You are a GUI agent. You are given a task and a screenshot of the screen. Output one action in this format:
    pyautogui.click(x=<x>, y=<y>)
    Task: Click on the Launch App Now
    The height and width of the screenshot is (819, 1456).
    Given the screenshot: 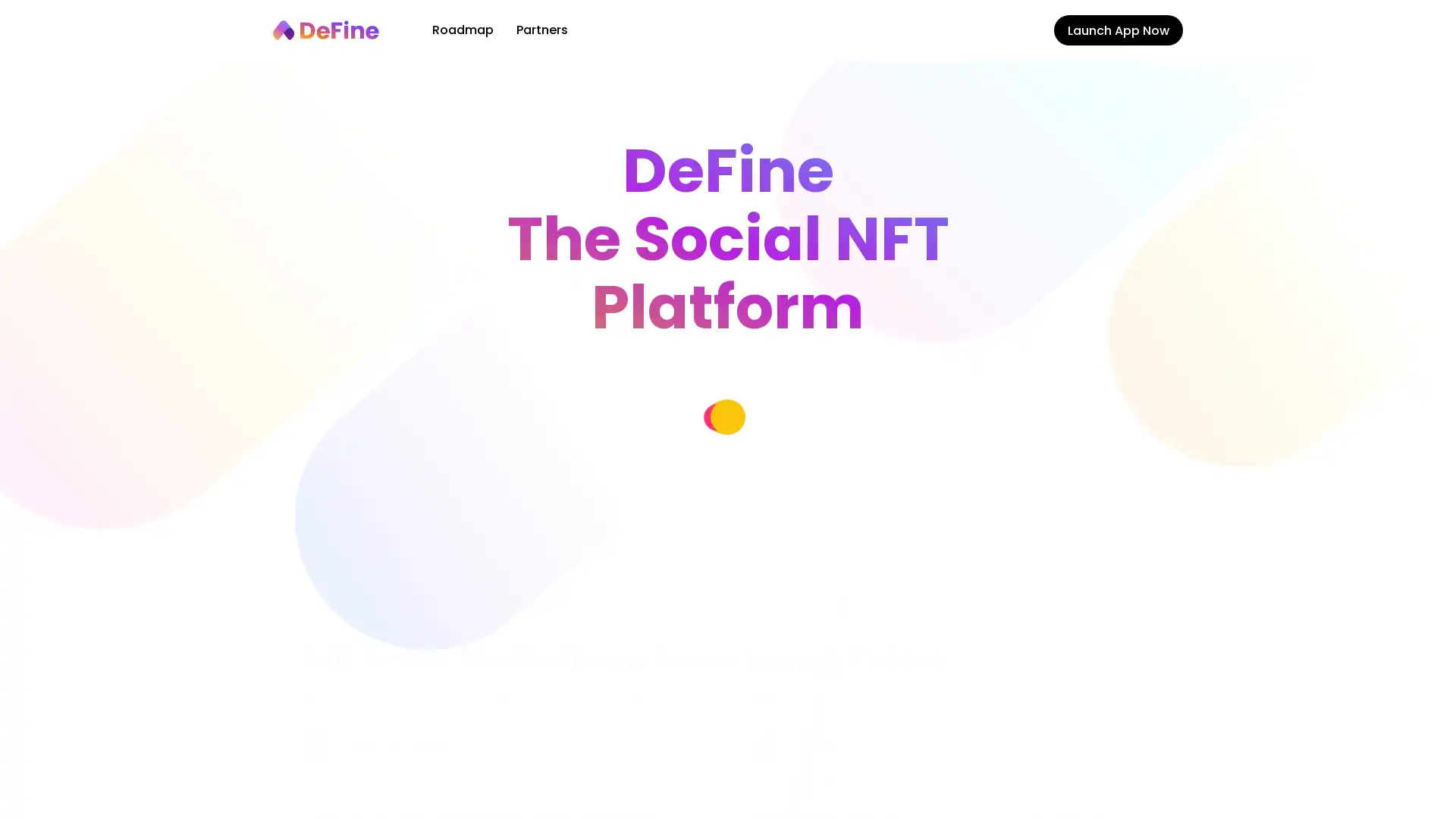 What is the action you would take?
    pyautogui.click(x=1118, y=30)
    